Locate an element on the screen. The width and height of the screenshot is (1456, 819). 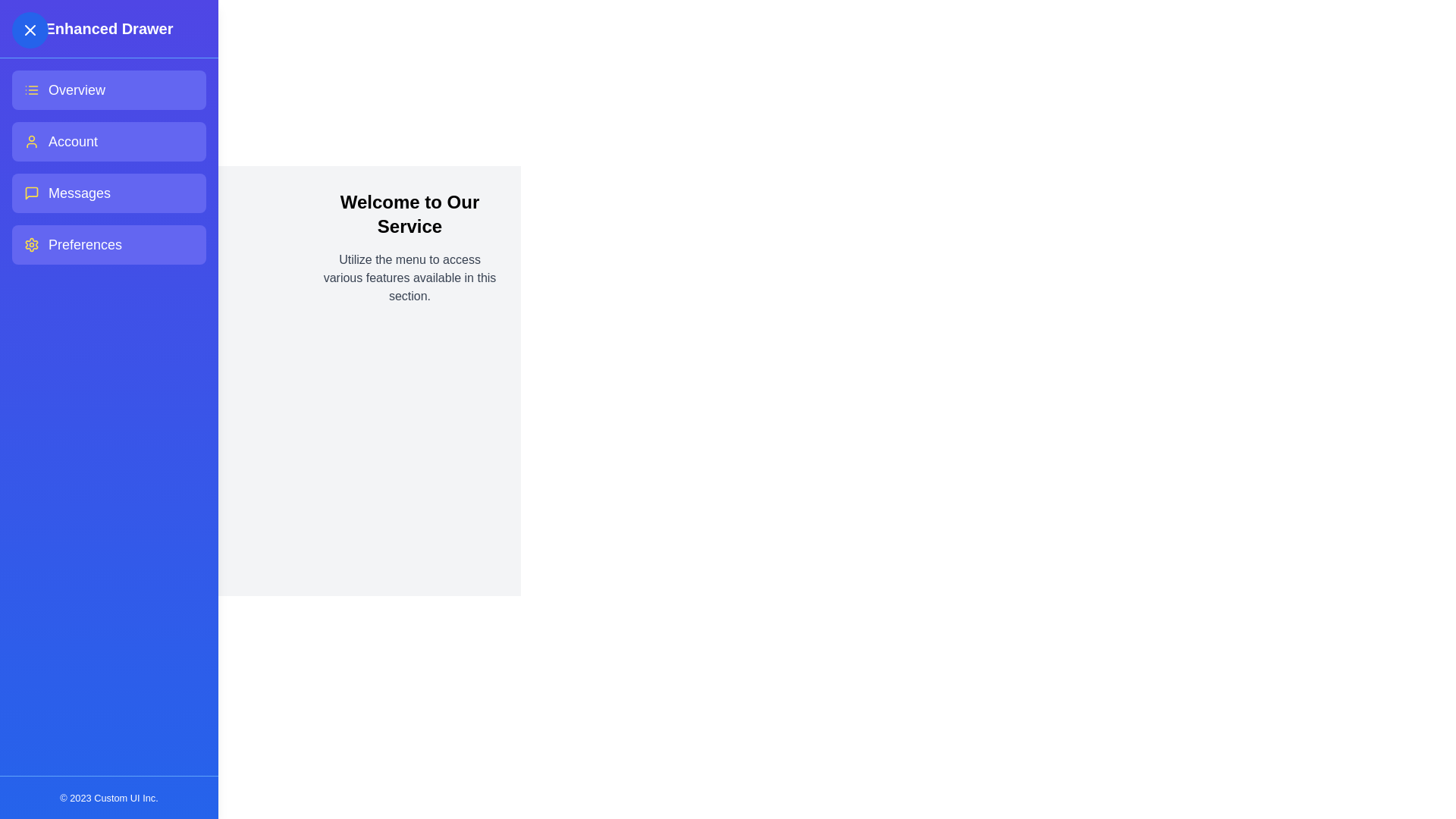
the gear-shaped settings icon located to the left of the 'Preferences' text label in the sidebar navigation panel to associate the visual with the 'Preferences' feature is located at coordinates (32, 244).